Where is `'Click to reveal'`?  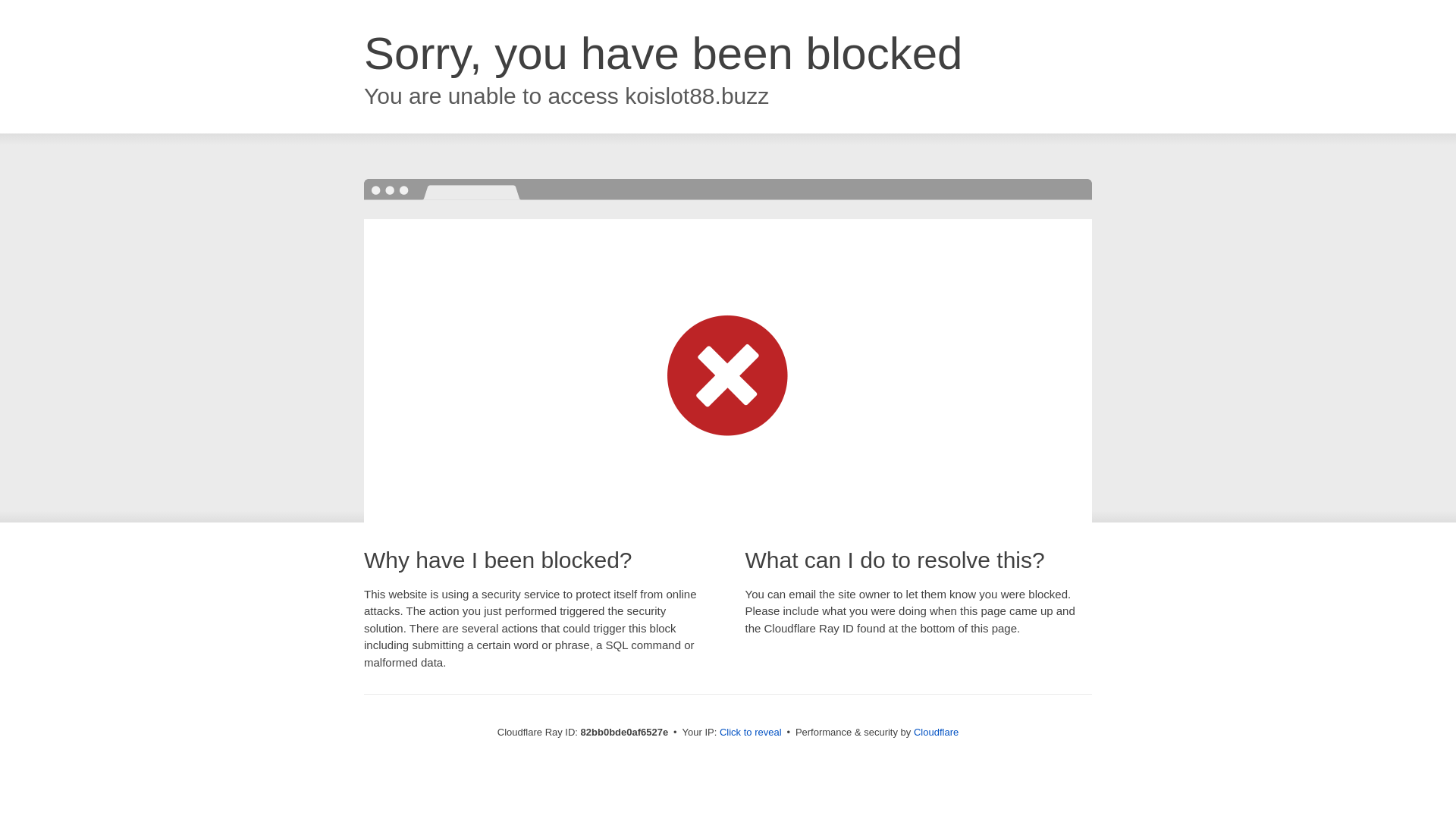
'Click to reveal' is located at coordinates (750, 731).